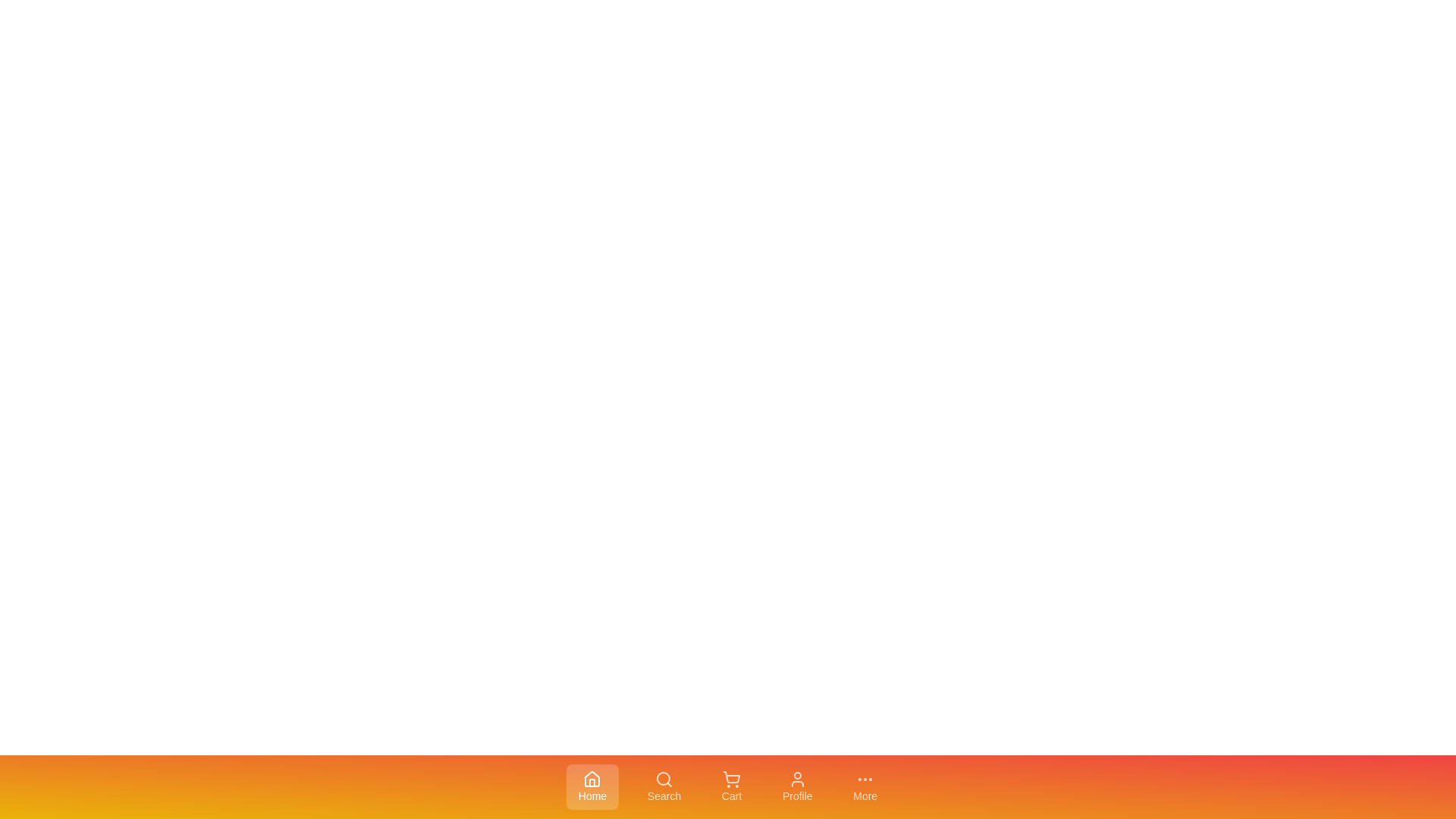 This screenshot has height=819, width=1456. What do you see at coordinates (731, 786) in the screenshot?
I see `the tab labeled Cart` at bounding box center [731, 786].